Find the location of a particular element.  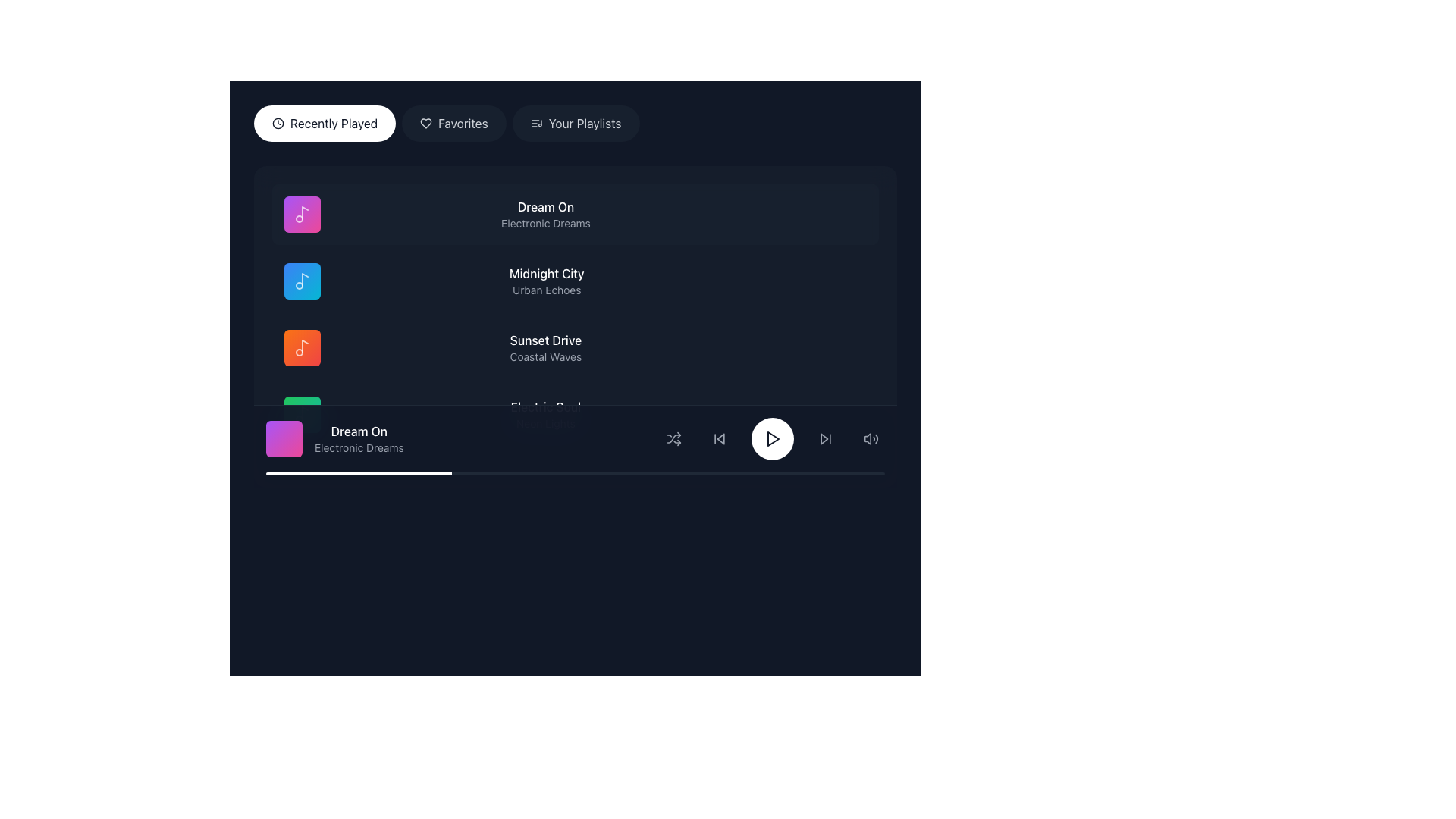

the text label that provides additional descriptive or informational text below the 'Midnight City' title is located at coordinates (546, 290).